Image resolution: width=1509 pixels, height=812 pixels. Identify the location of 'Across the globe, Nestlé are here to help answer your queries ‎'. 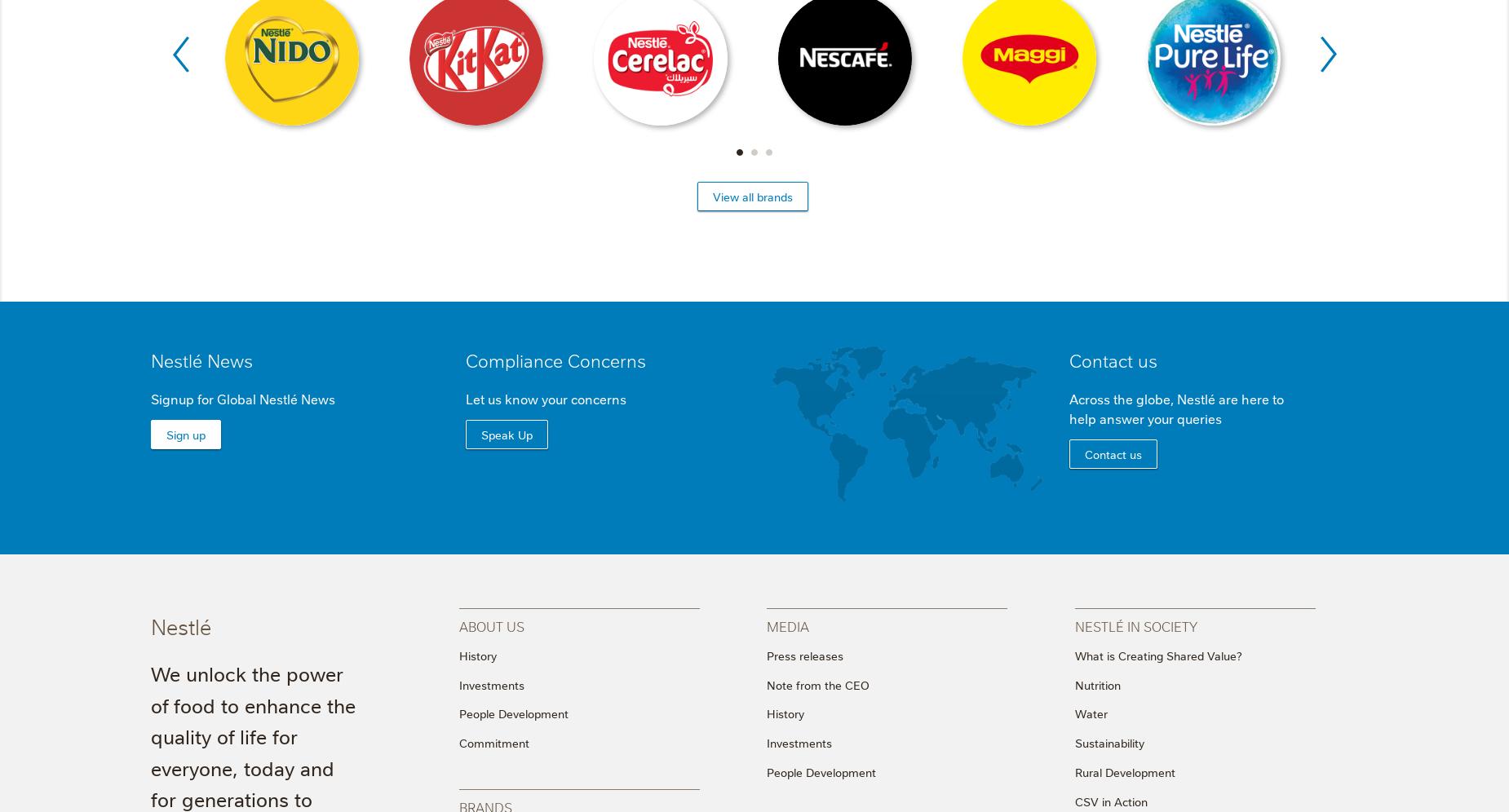
(1068, 407).